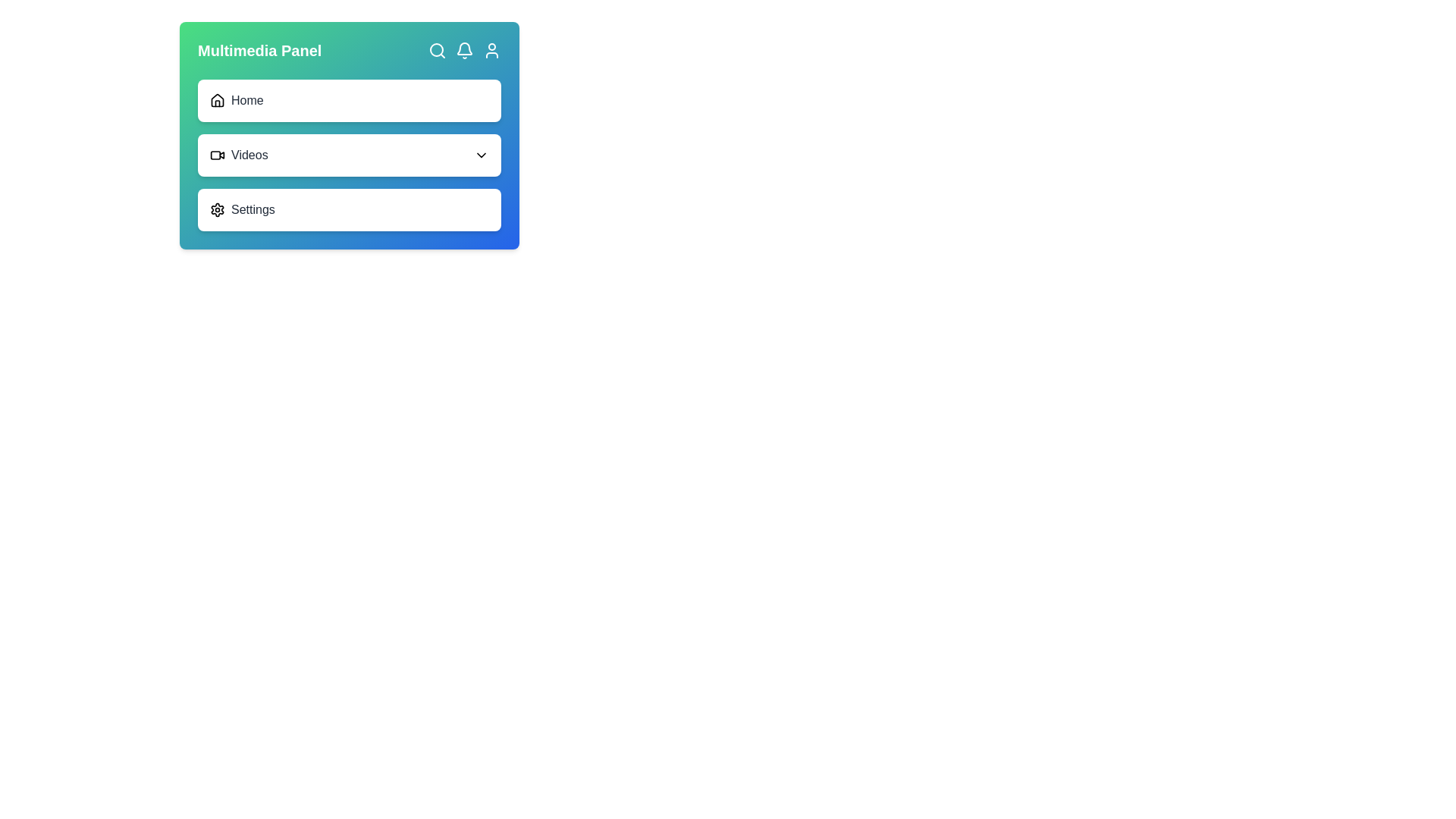 The image size is (1456, 819). What do you see at coordinates (348, 210) in the screenshot?
I see `the settings button located as the third item in a vertical list of three buttons, below the 'Videos' button` at bounding box center [348, 210].